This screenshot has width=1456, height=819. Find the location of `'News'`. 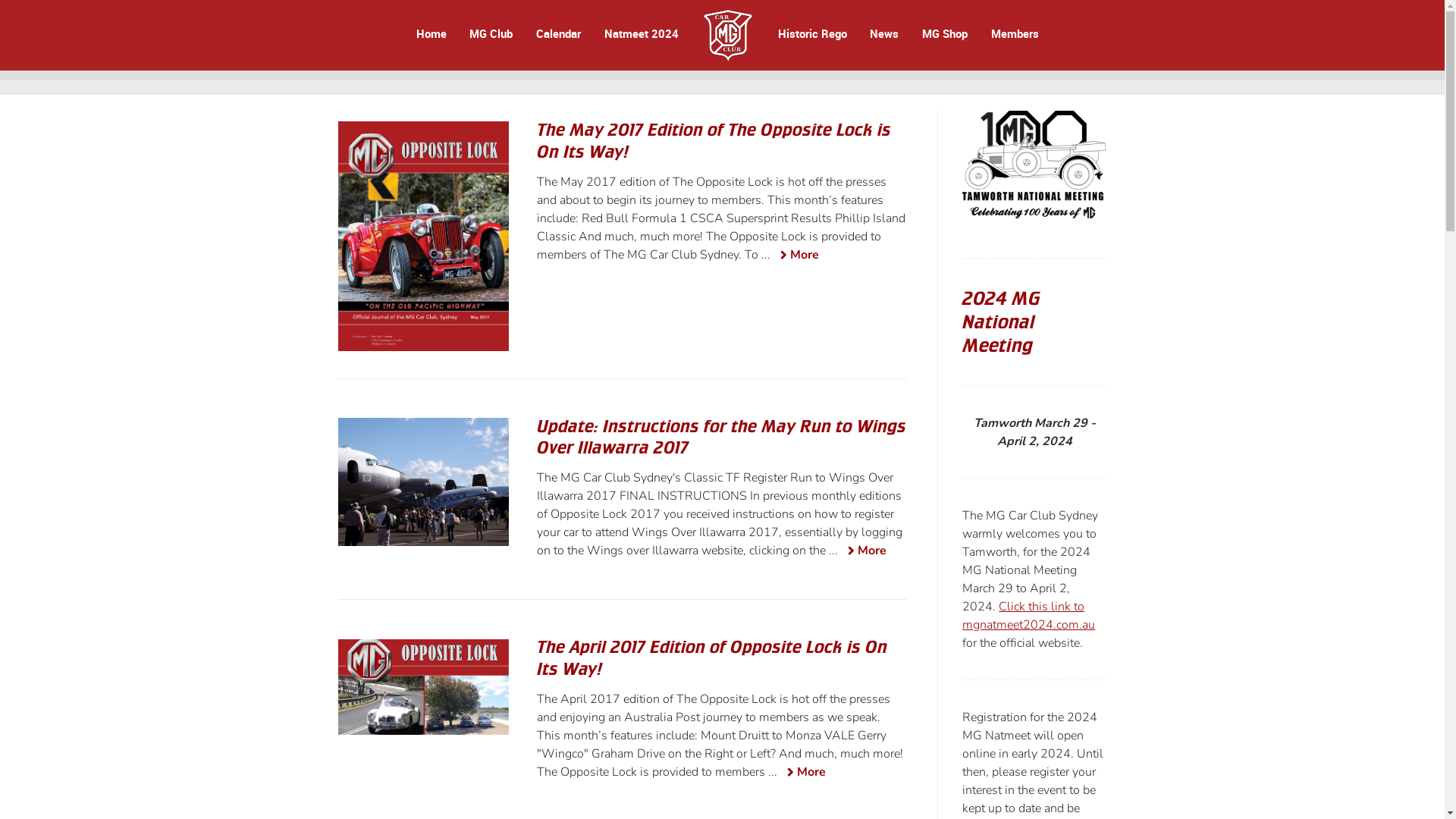

'News' is located at coordinates (884, 33).